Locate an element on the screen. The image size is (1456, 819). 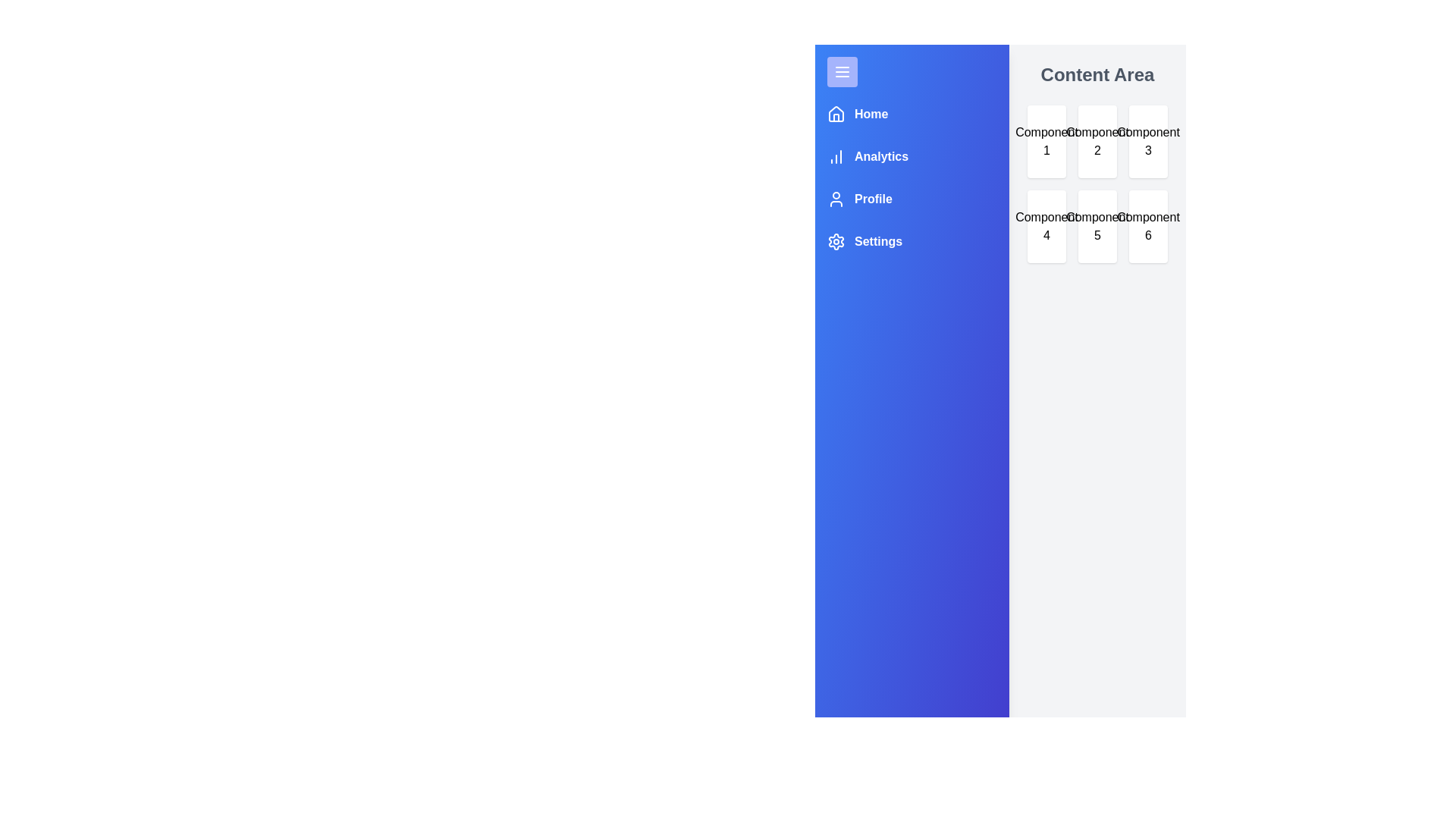
the navigation menu item Home is located at coordinates (858, 113).